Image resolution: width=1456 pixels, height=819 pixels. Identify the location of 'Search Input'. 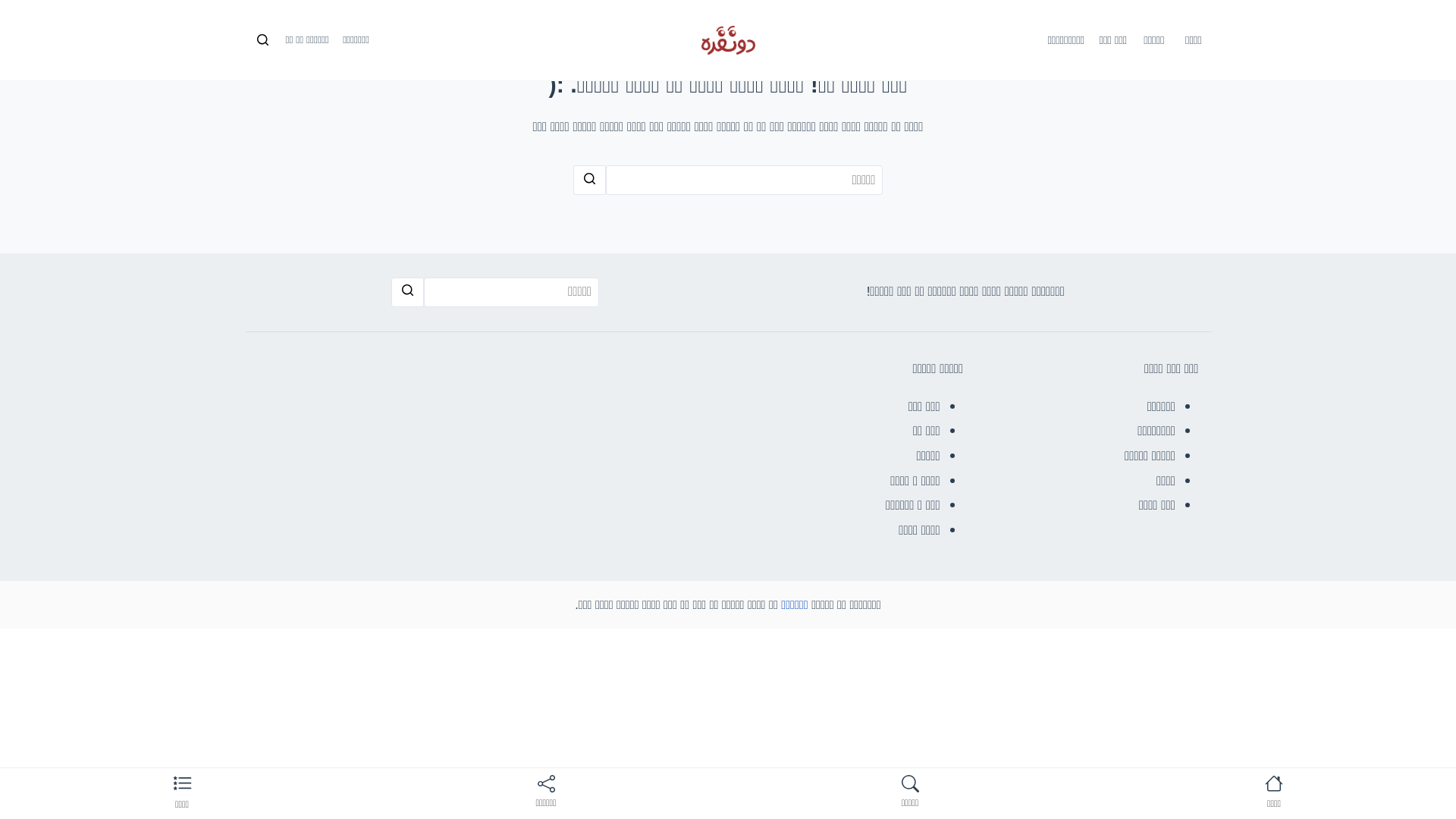
(745, 179).